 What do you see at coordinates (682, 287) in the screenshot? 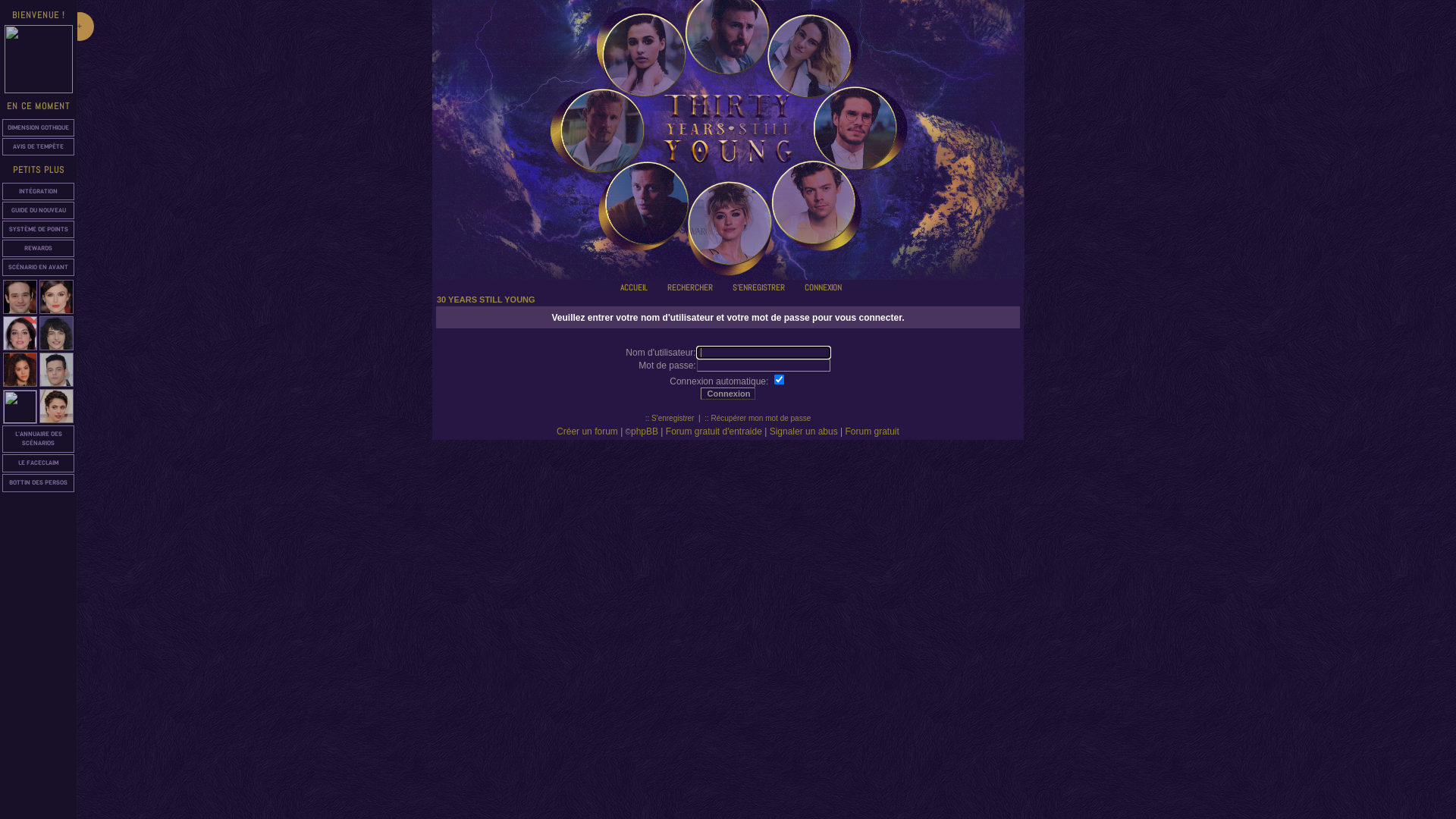
I see `'RECHERCHER'` at bounding box center [682, 287].